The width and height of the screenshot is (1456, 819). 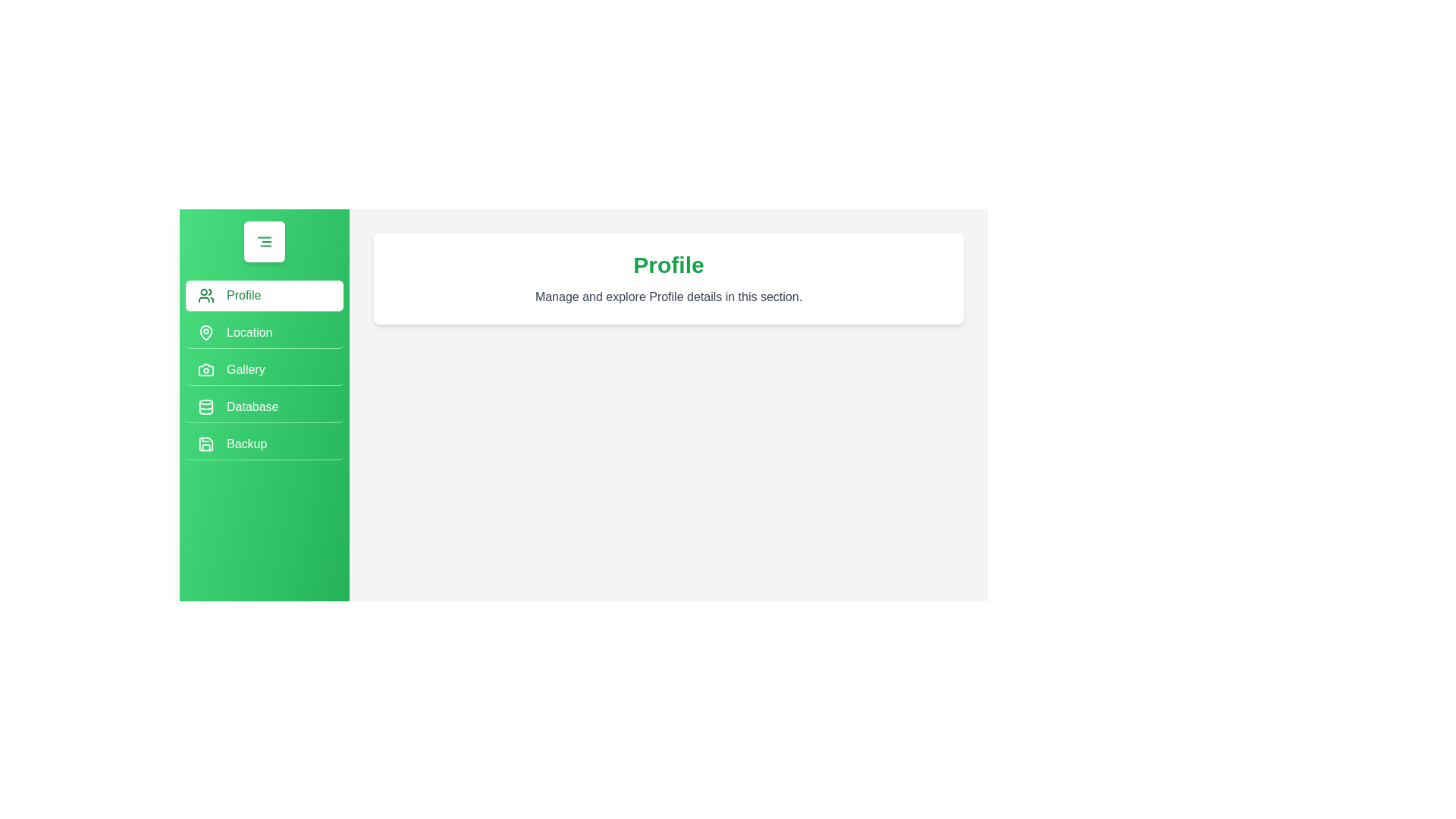 What do you see at coordinates (265, 444) in the screenshot?
I see `the menu option Backup in the drawer` at bounding box center [265, 444].